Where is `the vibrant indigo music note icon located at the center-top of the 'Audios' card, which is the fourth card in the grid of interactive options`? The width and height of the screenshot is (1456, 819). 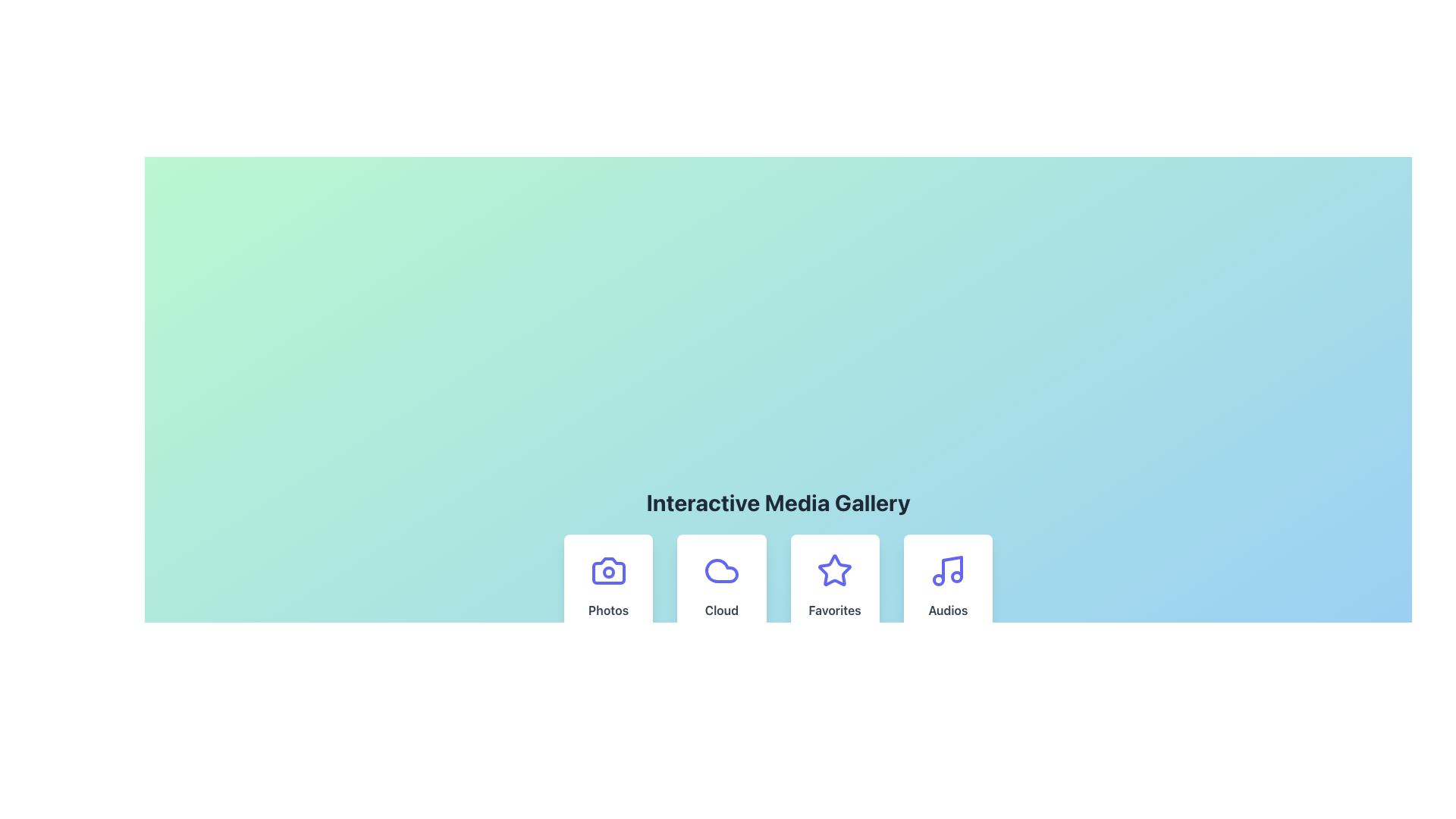
the vibrant indigo music note icon located at the center-top of the 'Audios' card, which is the fourth card in the grid of interactive options is located at coordinates (947, 570).